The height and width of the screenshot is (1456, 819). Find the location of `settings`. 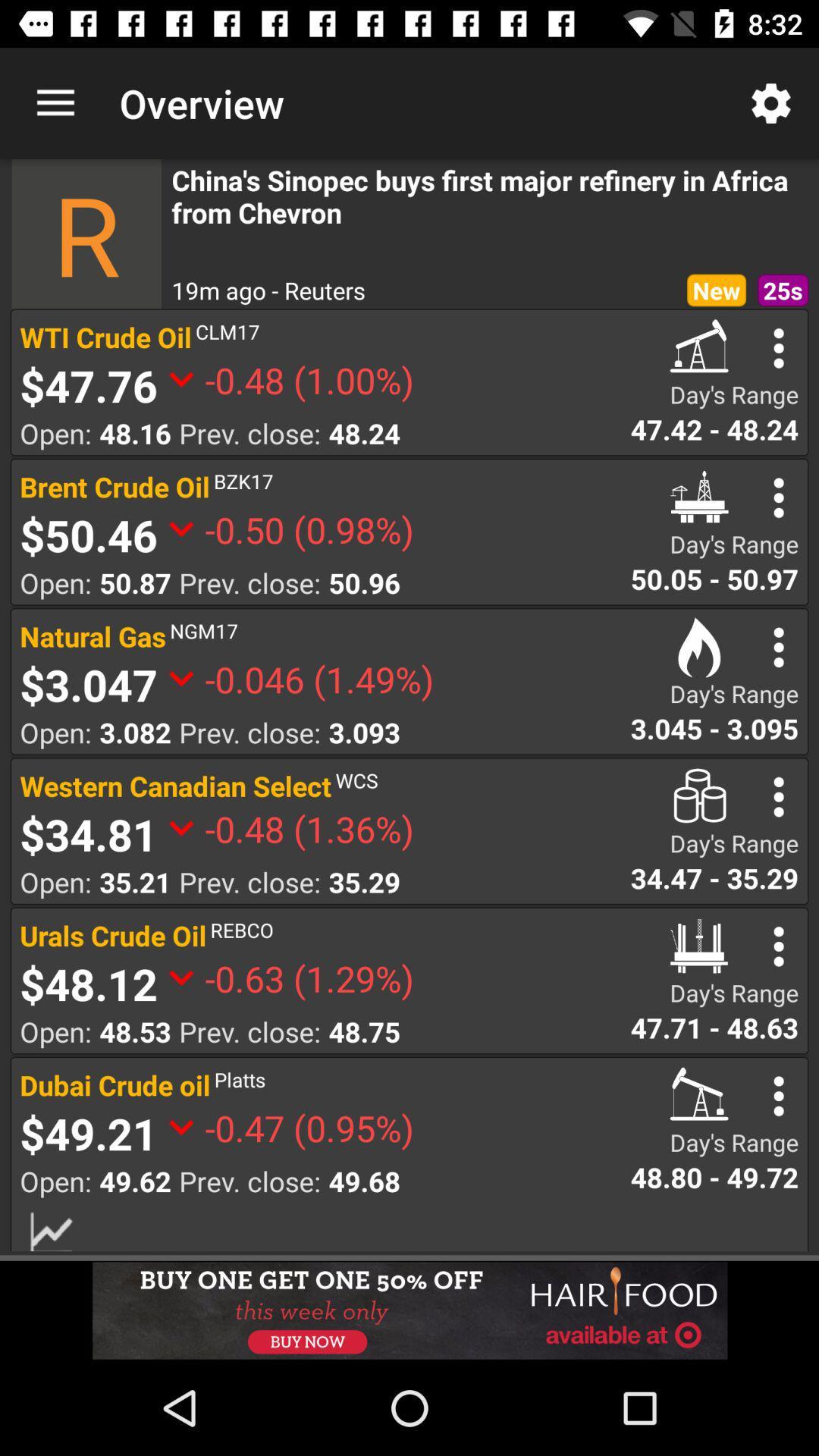

settings is located at coordinates (779, 647).